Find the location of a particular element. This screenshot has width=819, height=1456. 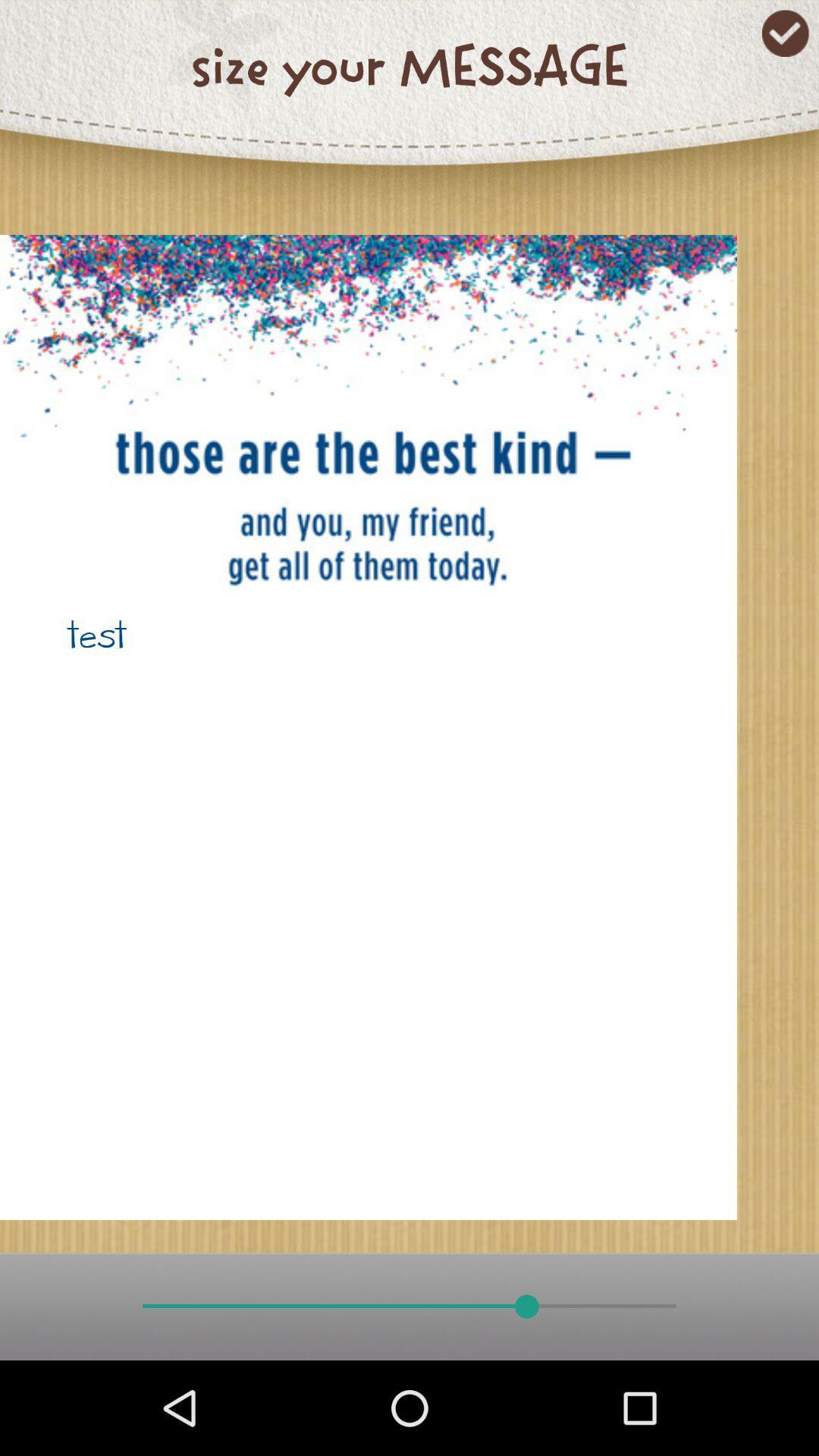

icon to the right of the size your message item is located at coordinates (785, 33).